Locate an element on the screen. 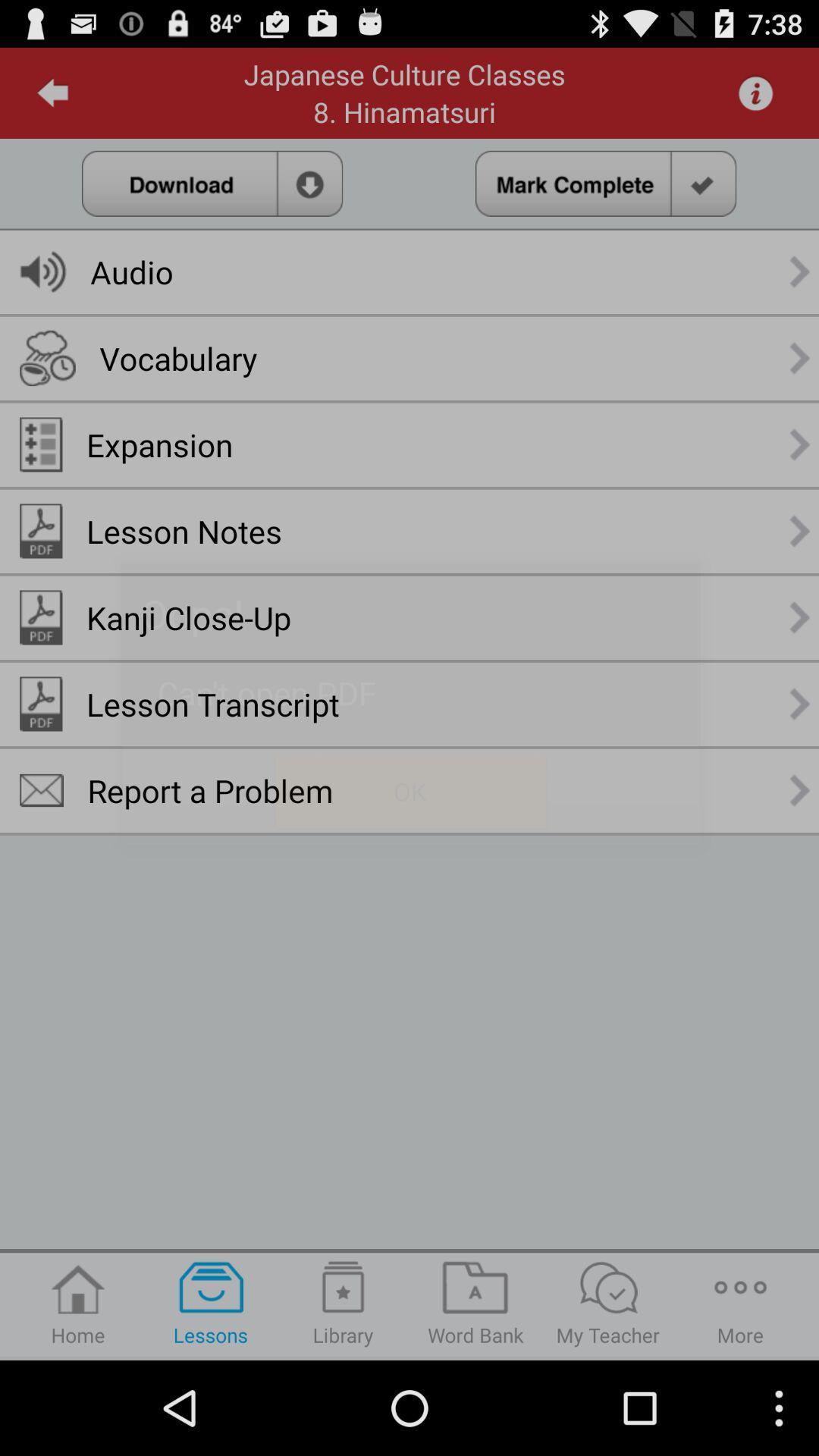  the arrow button beside the text report a problem is located at coordinates (800, 789).